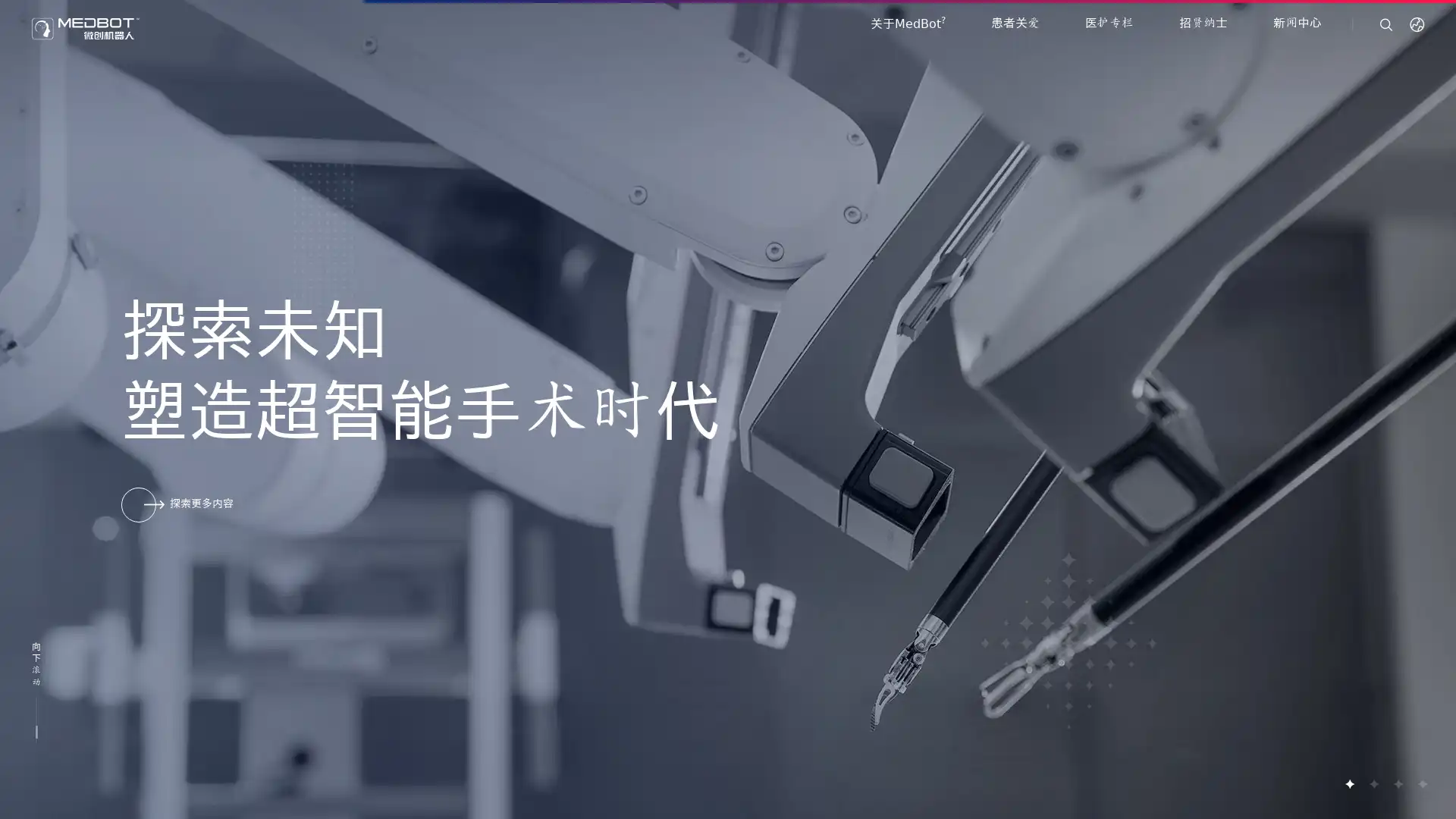  I want to click on Go to slide 1, so click(1349, 783).